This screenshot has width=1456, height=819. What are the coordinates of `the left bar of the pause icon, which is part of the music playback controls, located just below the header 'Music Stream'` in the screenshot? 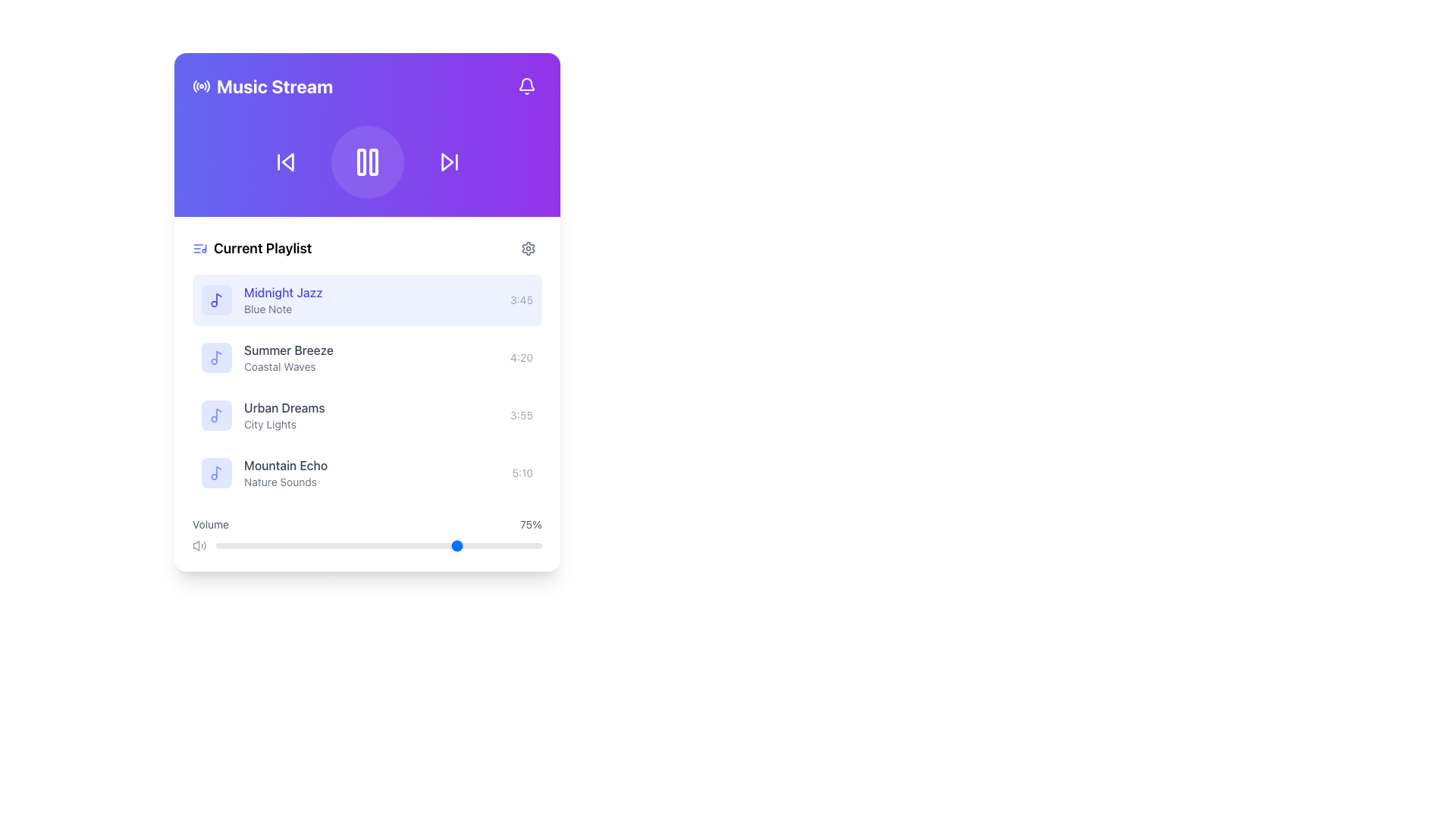 It's located at (360, 162).